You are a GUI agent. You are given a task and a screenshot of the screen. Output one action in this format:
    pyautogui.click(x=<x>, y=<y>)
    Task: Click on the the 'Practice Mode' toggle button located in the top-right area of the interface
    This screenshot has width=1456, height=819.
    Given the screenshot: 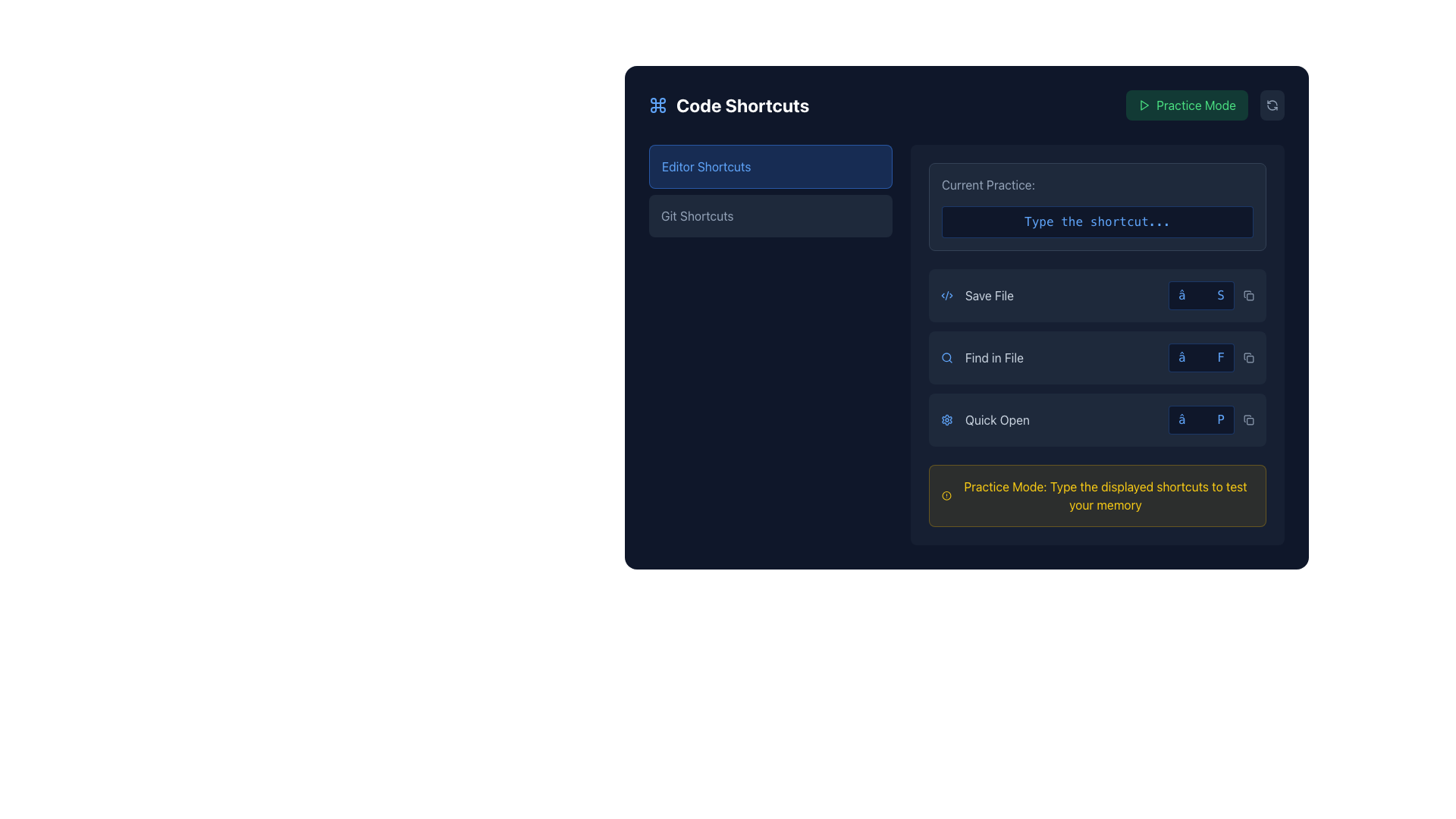 What is the action you would take?
    pyautogui.click(x=1204, y=104)
    